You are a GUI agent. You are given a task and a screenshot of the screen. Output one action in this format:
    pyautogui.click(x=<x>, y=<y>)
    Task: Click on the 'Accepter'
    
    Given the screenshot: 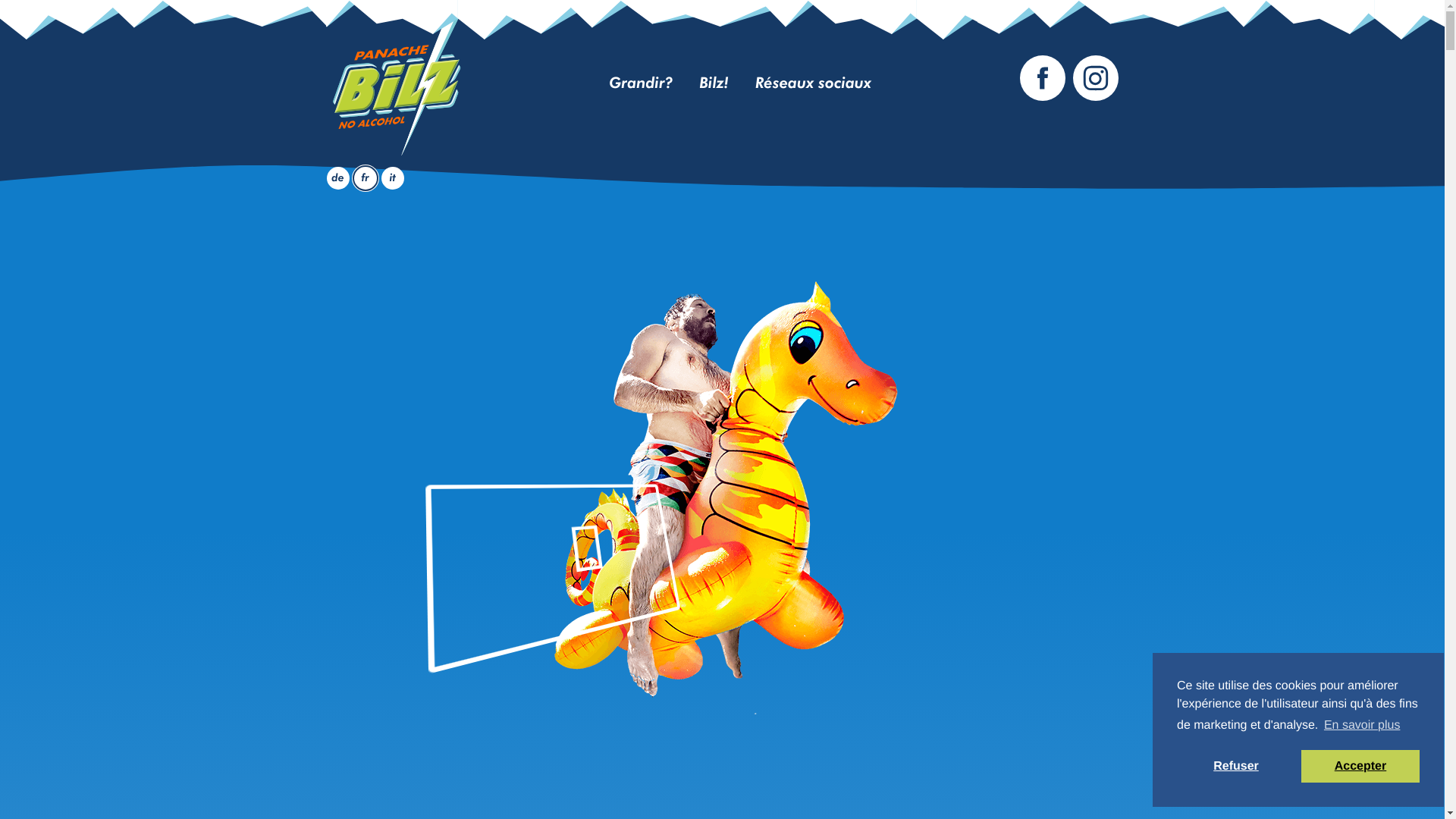 What is the action you would take?
    pyautogui.click(x=1360, y=766)
    